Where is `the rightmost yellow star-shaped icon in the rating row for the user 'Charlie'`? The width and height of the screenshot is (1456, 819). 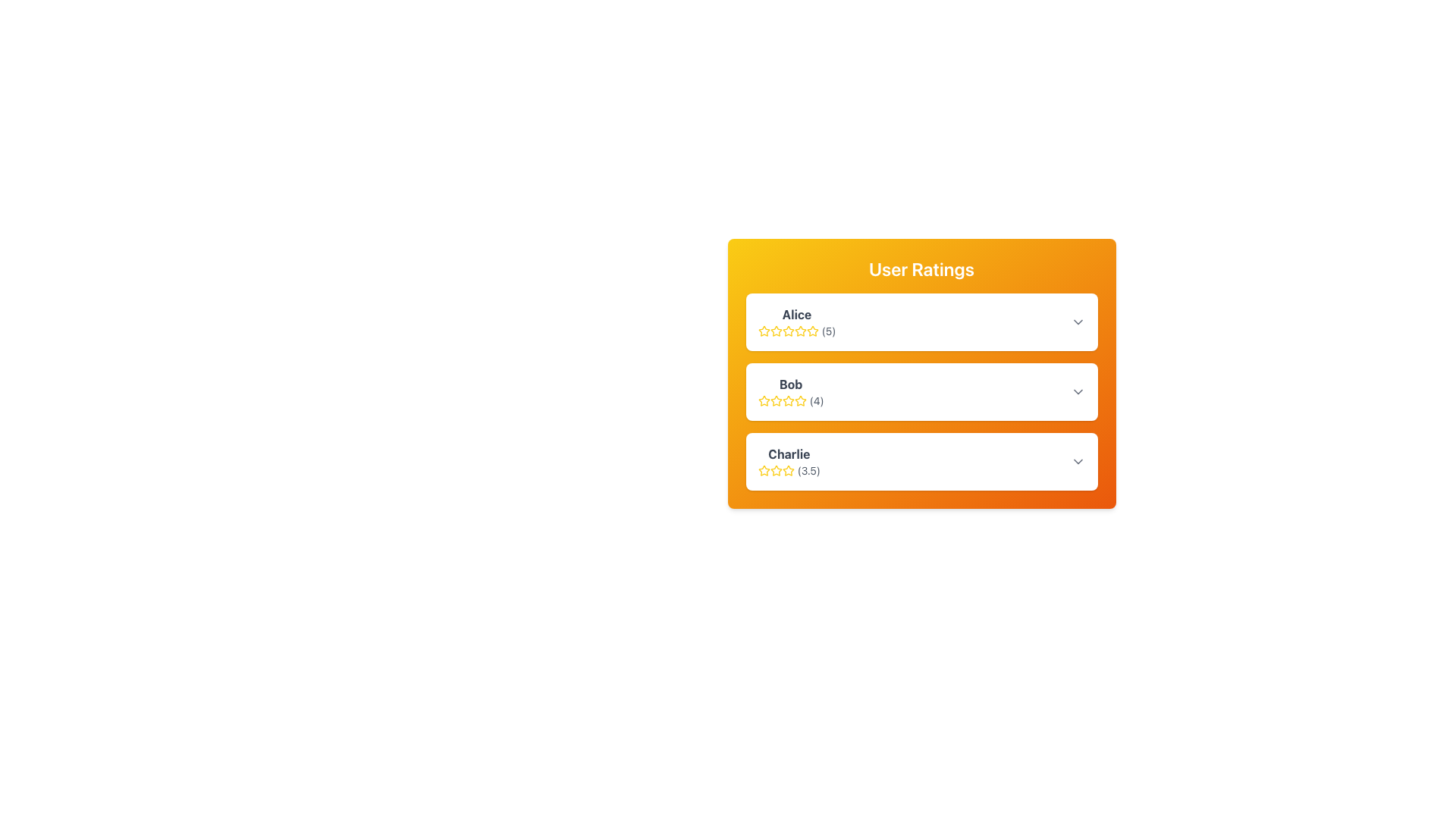
the rightmost yellow star-shaped icon in the rating row for the user 'Charlie' is located at coordinates (764, 469).